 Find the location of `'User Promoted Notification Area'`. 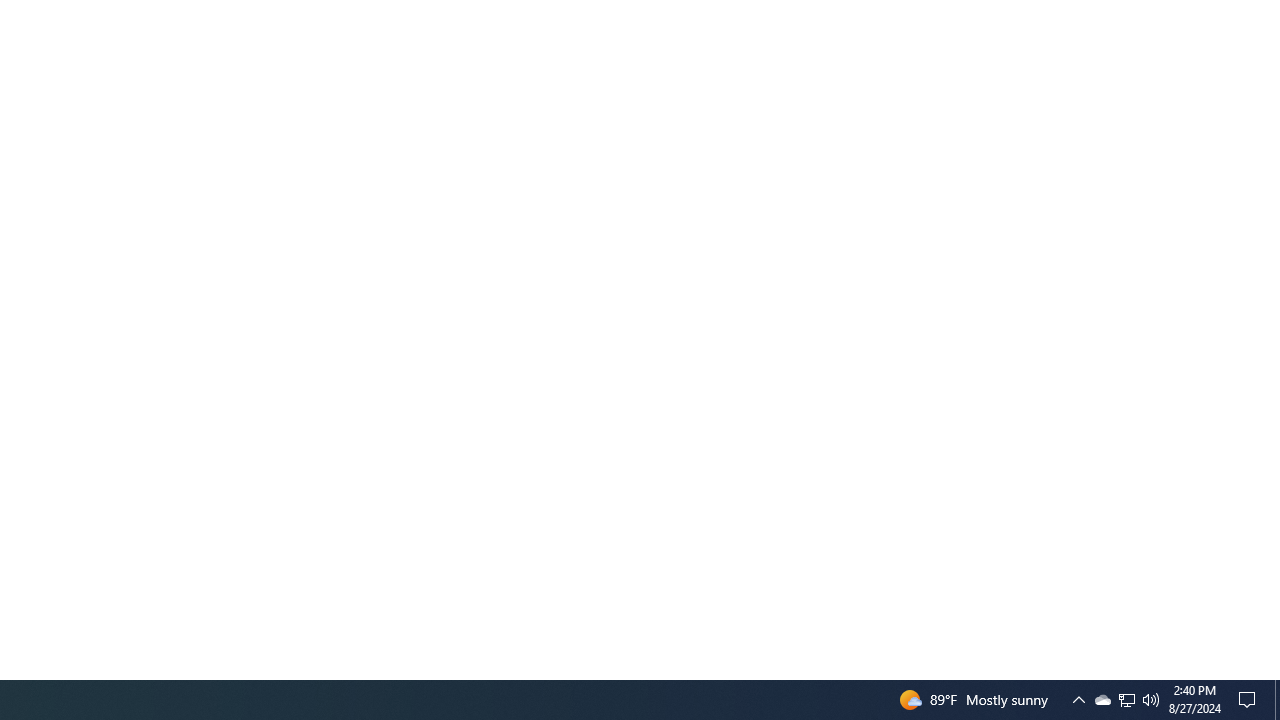

'User Promoted Notification Area' is located at coordinates (1078, 698).